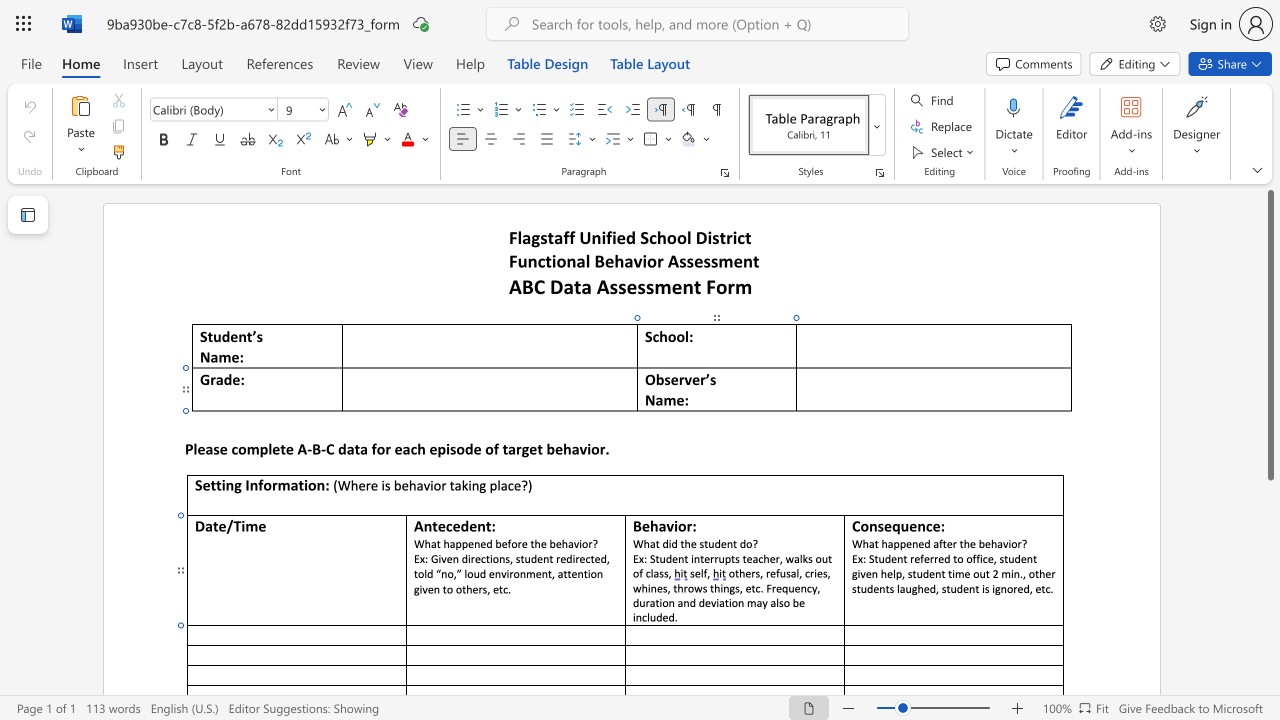  Describe the element at coordinates (912, 525) in the screenshot. I see `the 2th character "e" in the text` at that location.